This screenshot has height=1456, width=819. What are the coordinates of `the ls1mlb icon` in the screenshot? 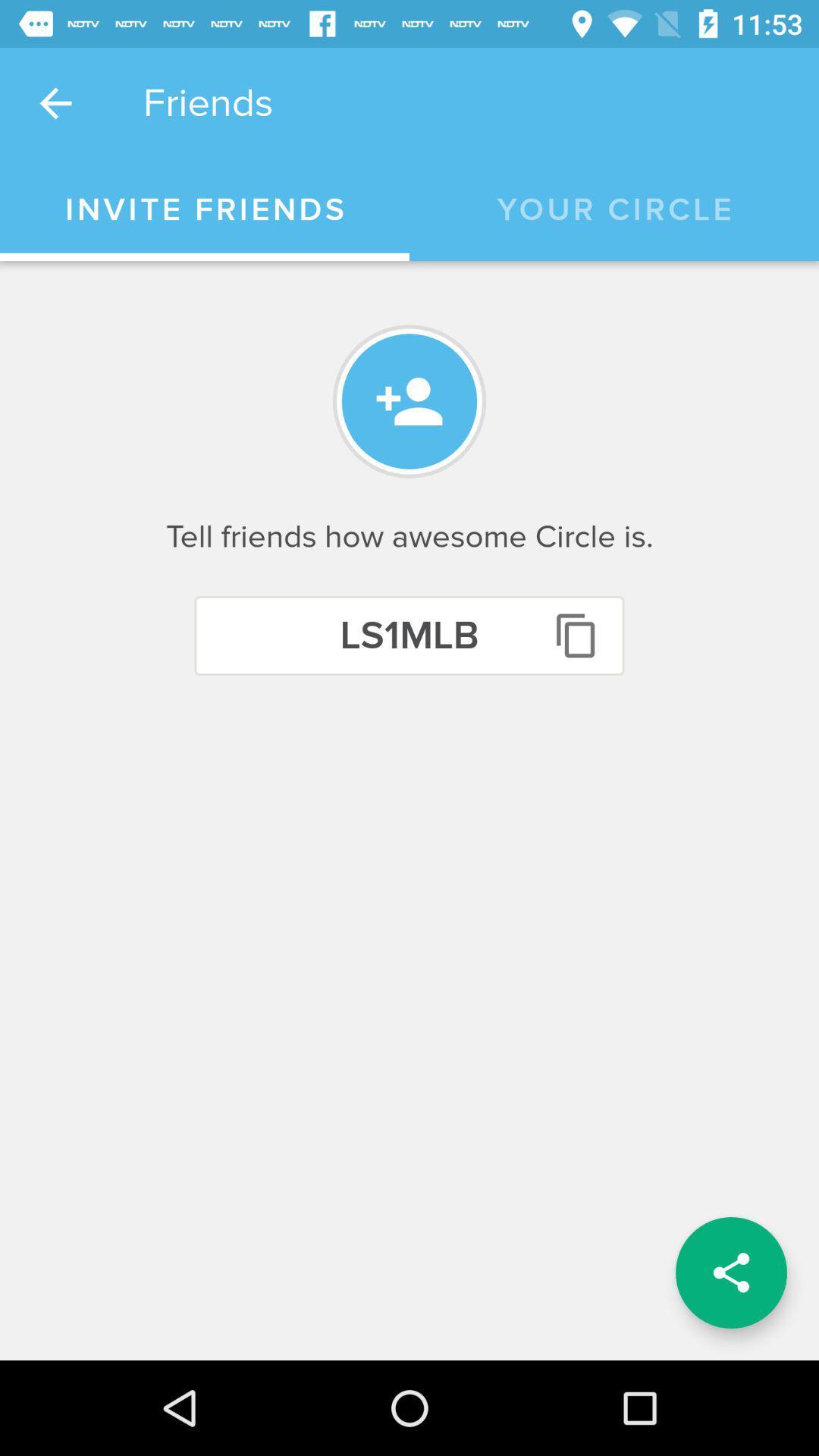 It's located at (409, 635).